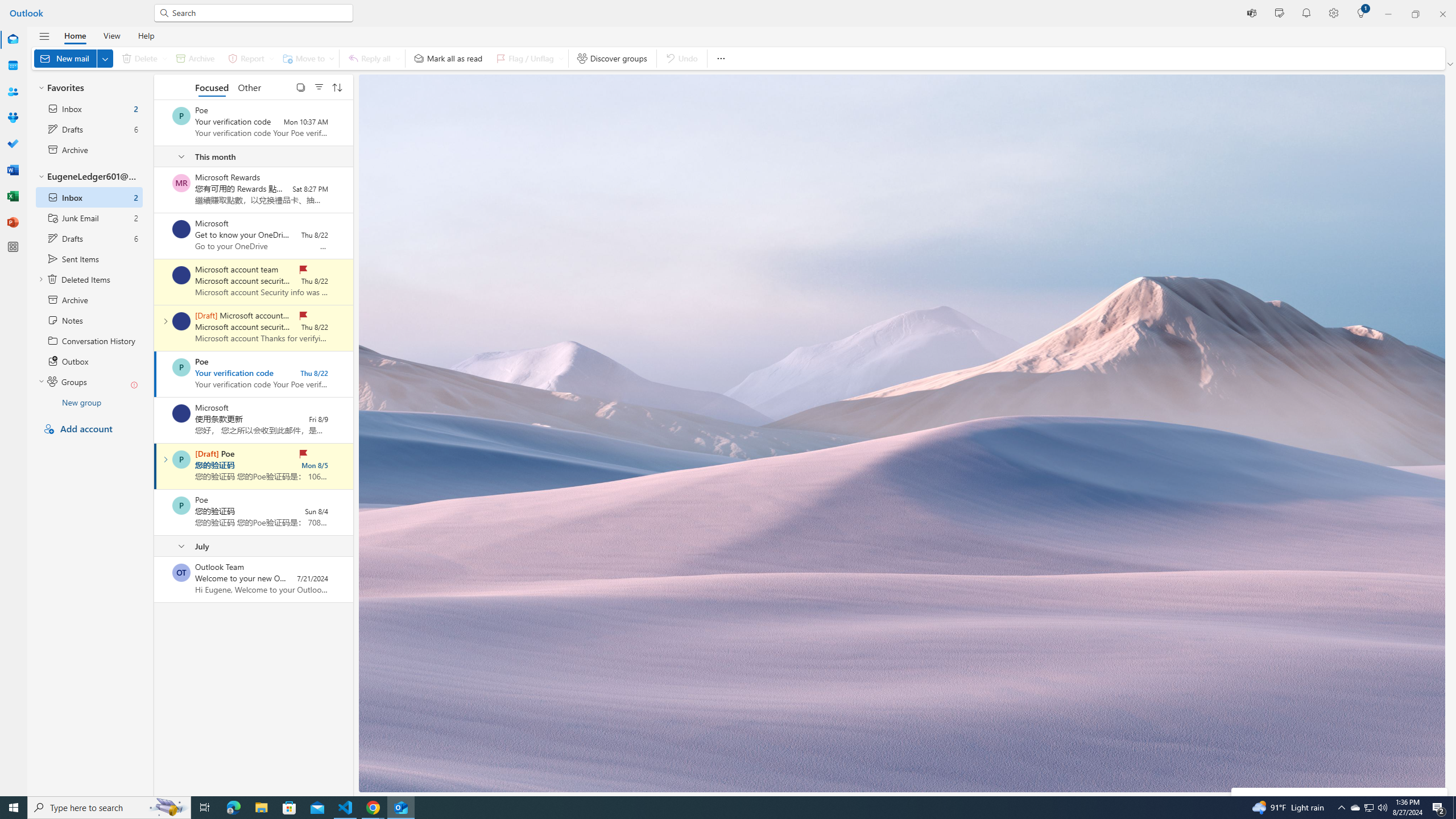 Image resolution: width=1456 pixels, height=819 pixels. I want to click on 'Select', so click(300, 86).